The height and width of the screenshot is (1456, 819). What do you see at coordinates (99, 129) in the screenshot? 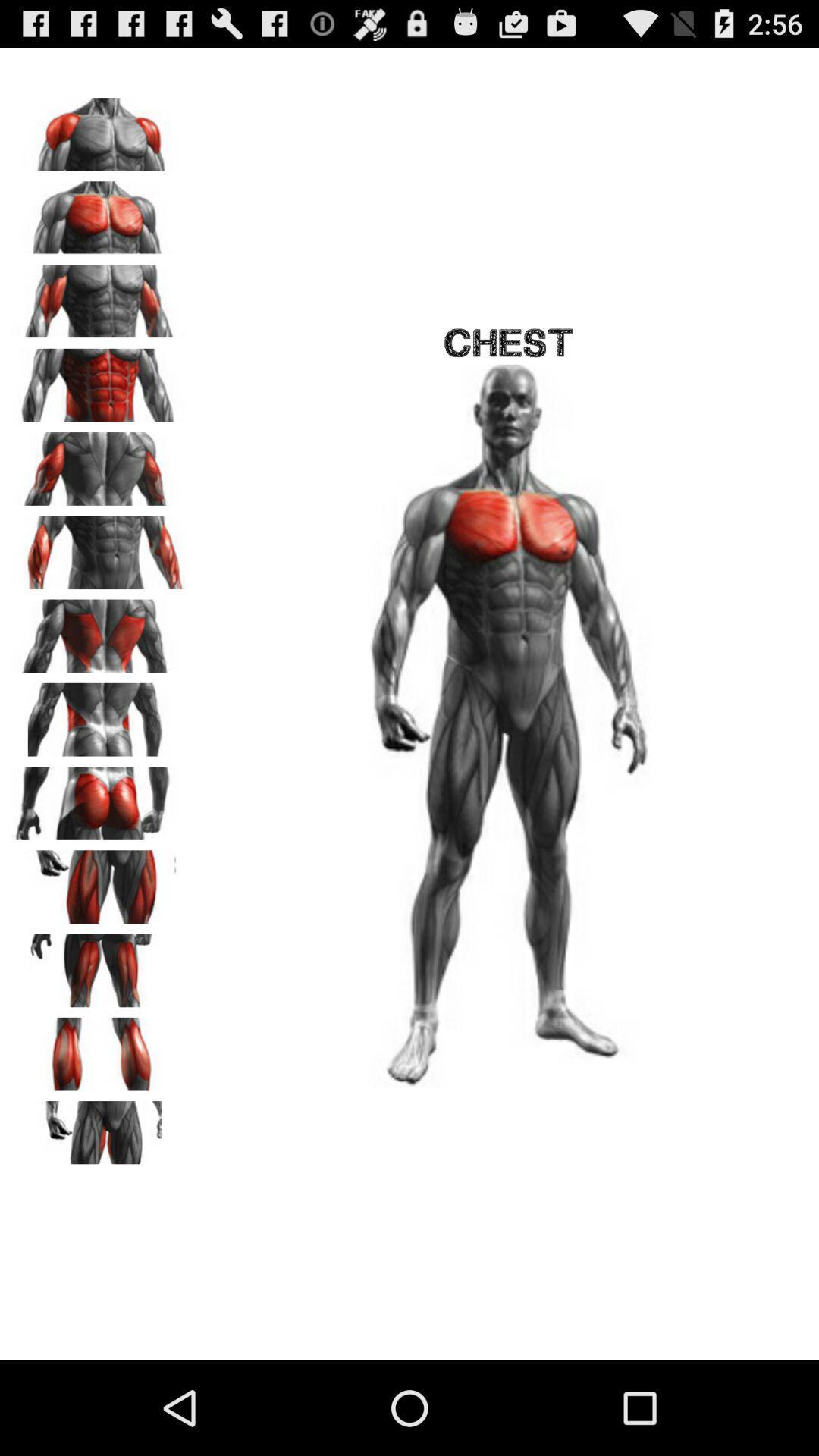
I see `focus on shoulders` at bounding box center [99, 129].